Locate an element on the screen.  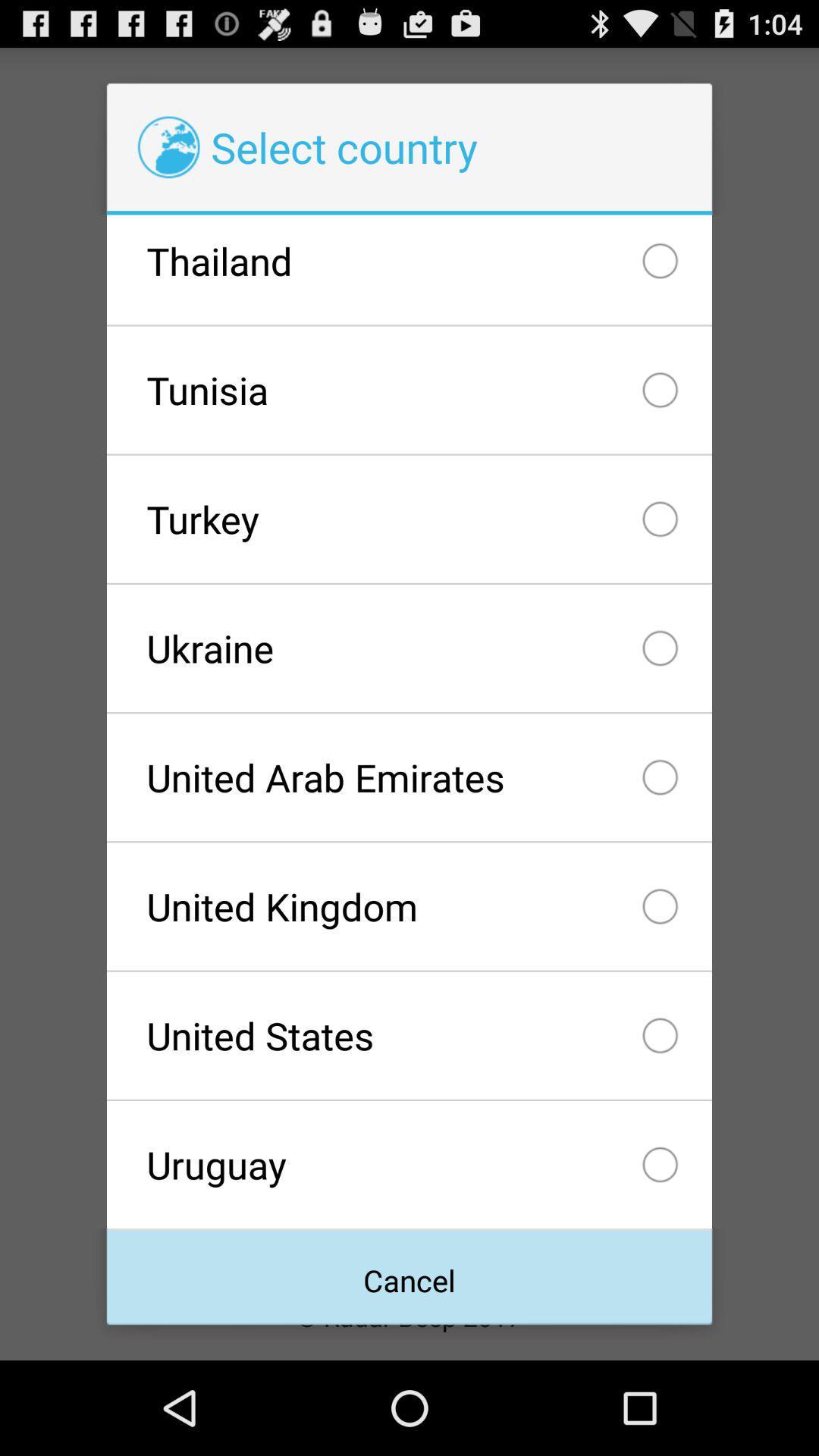
the checkbox above uruguay icon is located at coordinates (409, 1034).